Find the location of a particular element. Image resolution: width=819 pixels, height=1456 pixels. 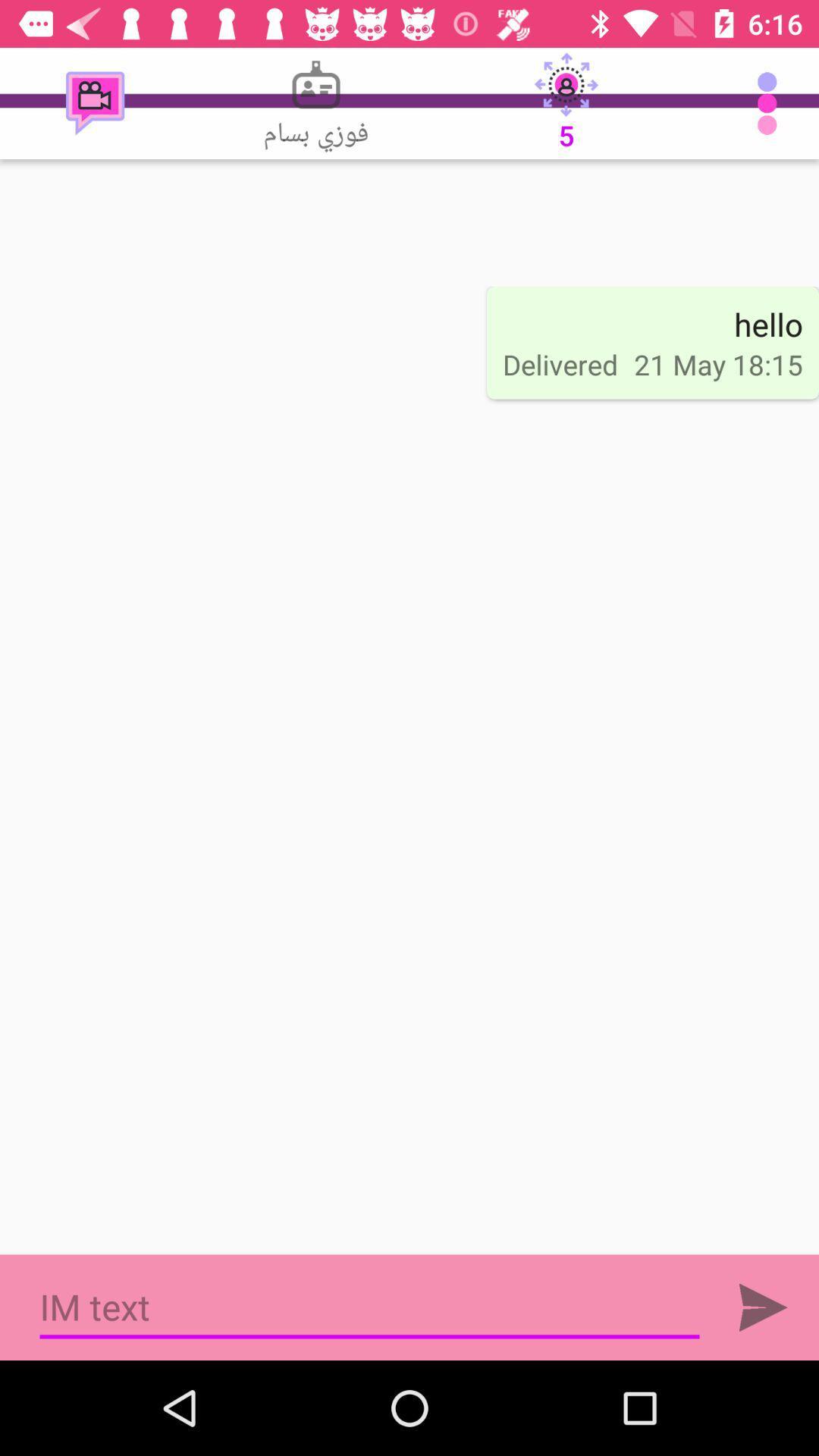

21 may 18 icon is located at coordinates (717, 364).